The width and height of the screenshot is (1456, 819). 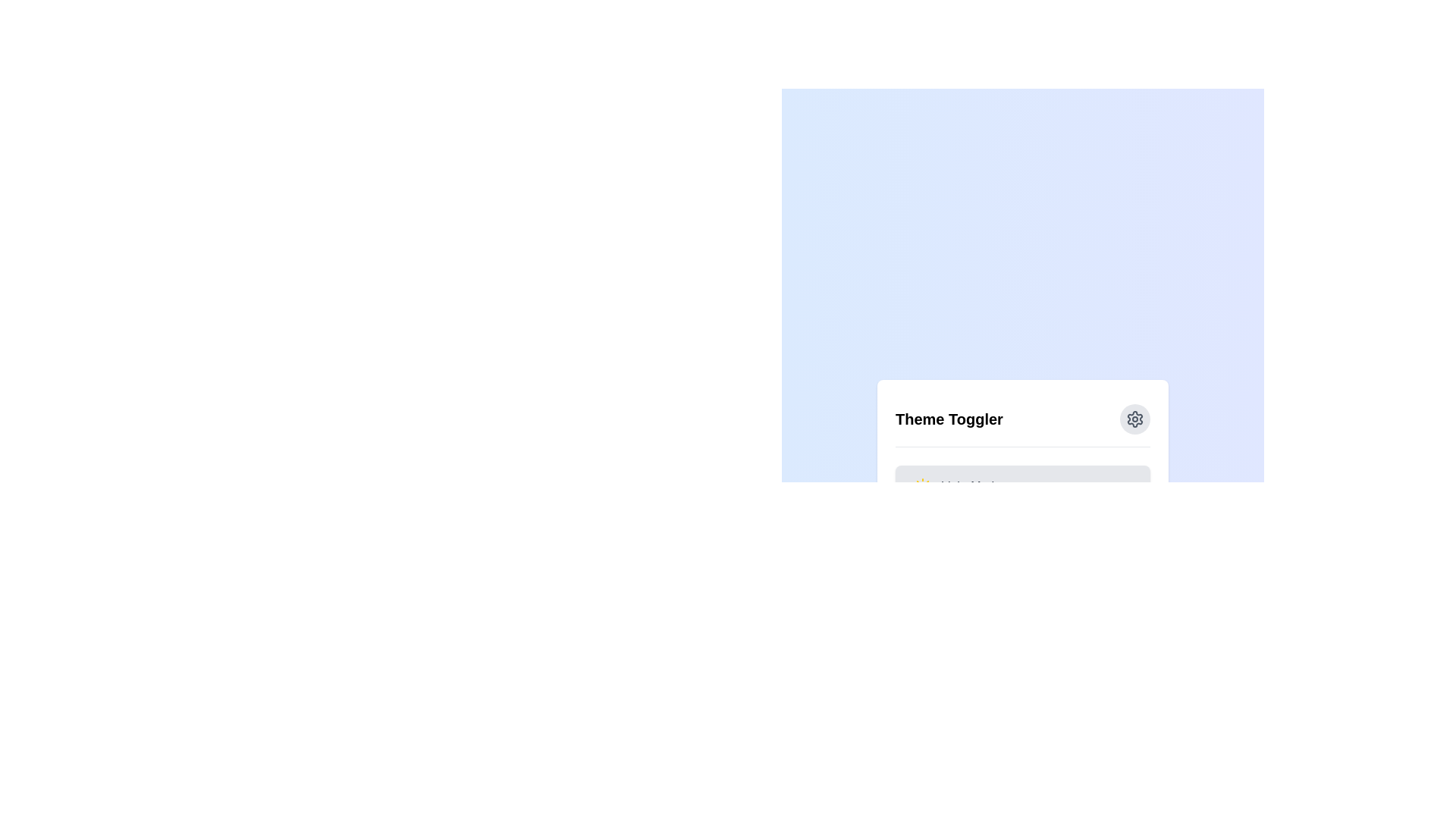 What do you see at coordinates (949, 419) in the screenshot?
I see `the header text 'Theme Toggler' for copying` at bounding box center [949, 419].